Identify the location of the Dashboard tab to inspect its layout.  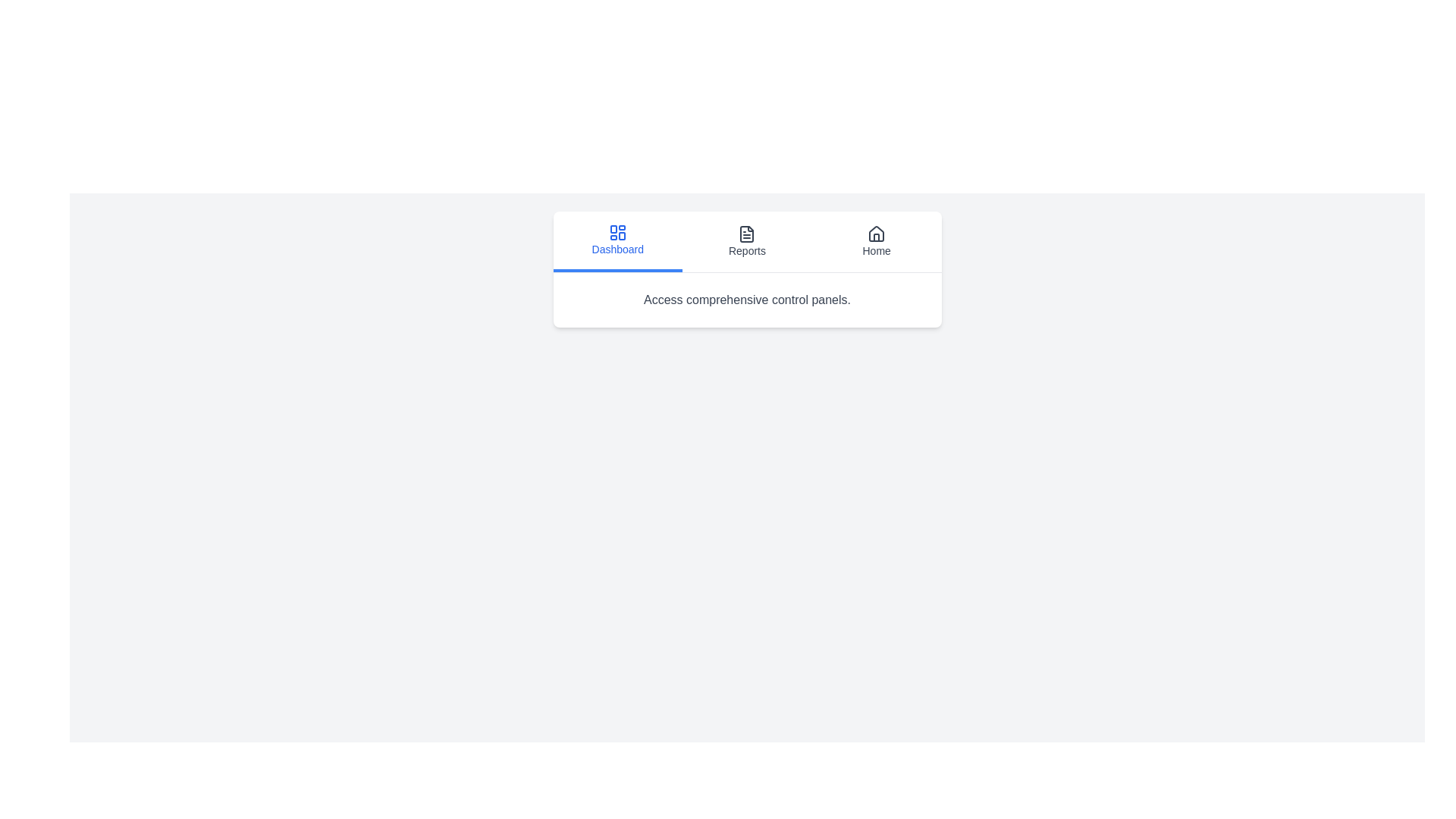
(617, 241).